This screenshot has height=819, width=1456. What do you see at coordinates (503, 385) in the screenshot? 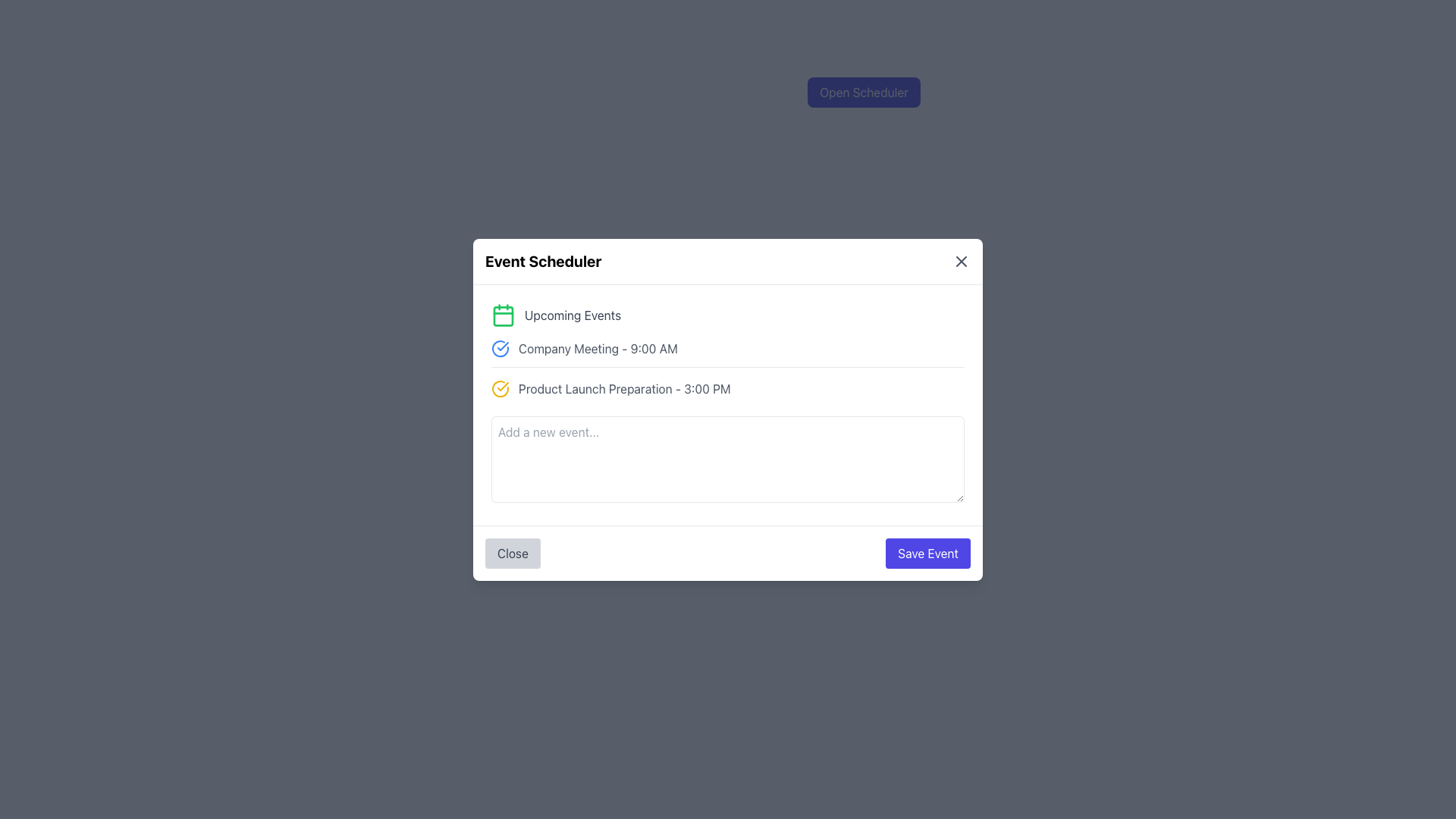
I see `the yellow checkmark vector icon located in the second event item of the Event Scheduler modal, which is aligned to the left of the text 'Company Meeting - 9:00 AM'` at bounding box center [503, 385].